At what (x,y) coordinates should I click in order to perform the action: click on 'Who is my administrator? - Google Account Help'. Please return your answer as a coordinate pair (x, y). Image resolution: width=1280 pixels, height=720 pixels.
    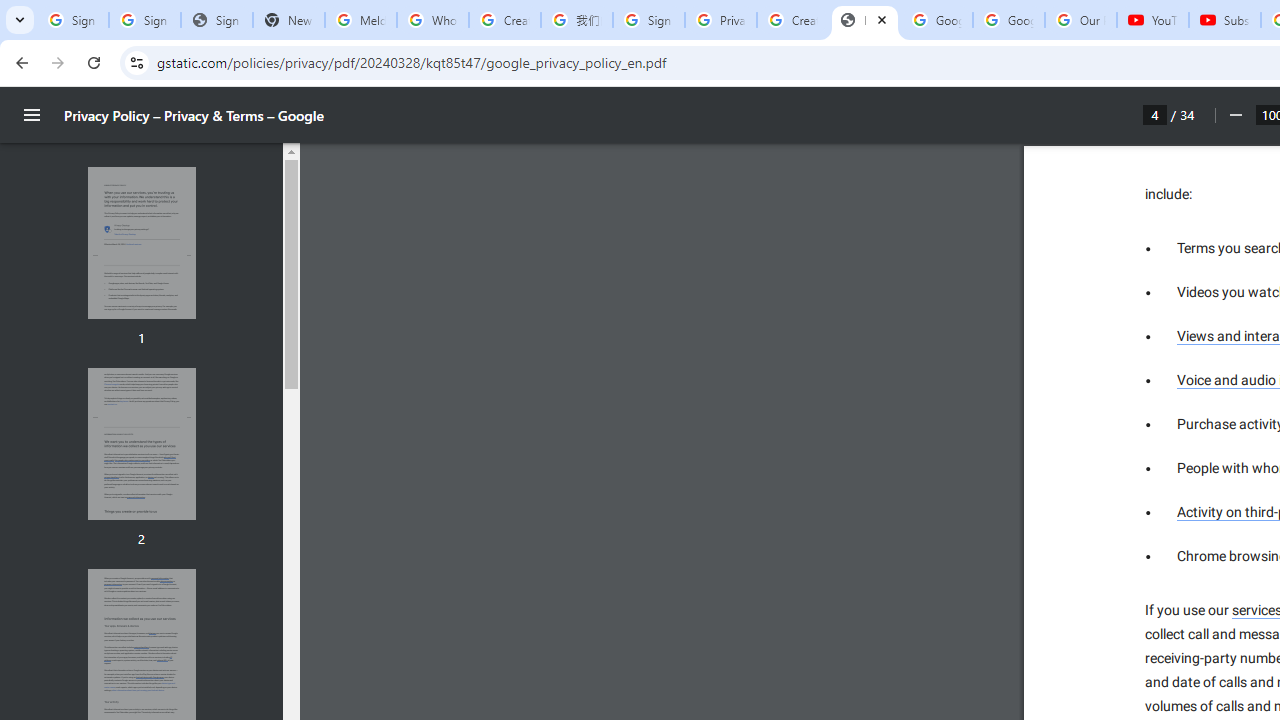
    Looking at the image, I should click on (431, 20).